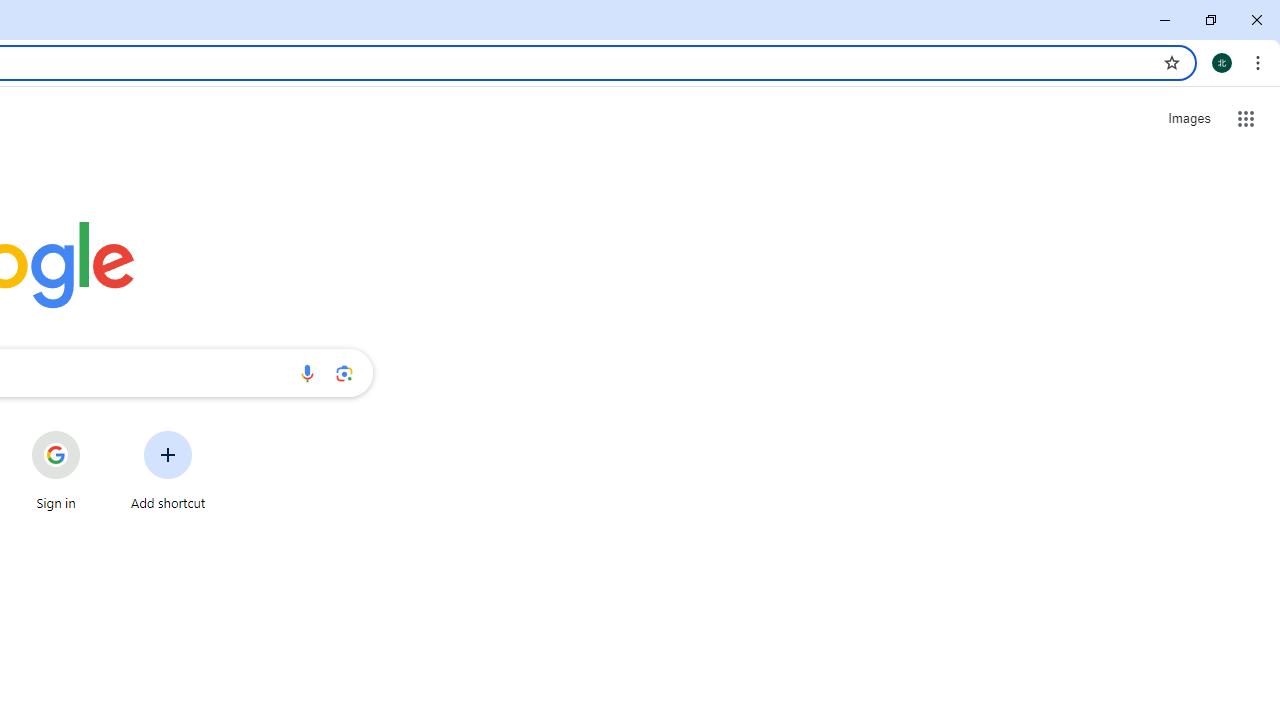 The height and width of the screenshot is (720, 1280). Describe the element at coordinates (1189, 119) in the screenshot. I see `'Search for Images '` at that location.